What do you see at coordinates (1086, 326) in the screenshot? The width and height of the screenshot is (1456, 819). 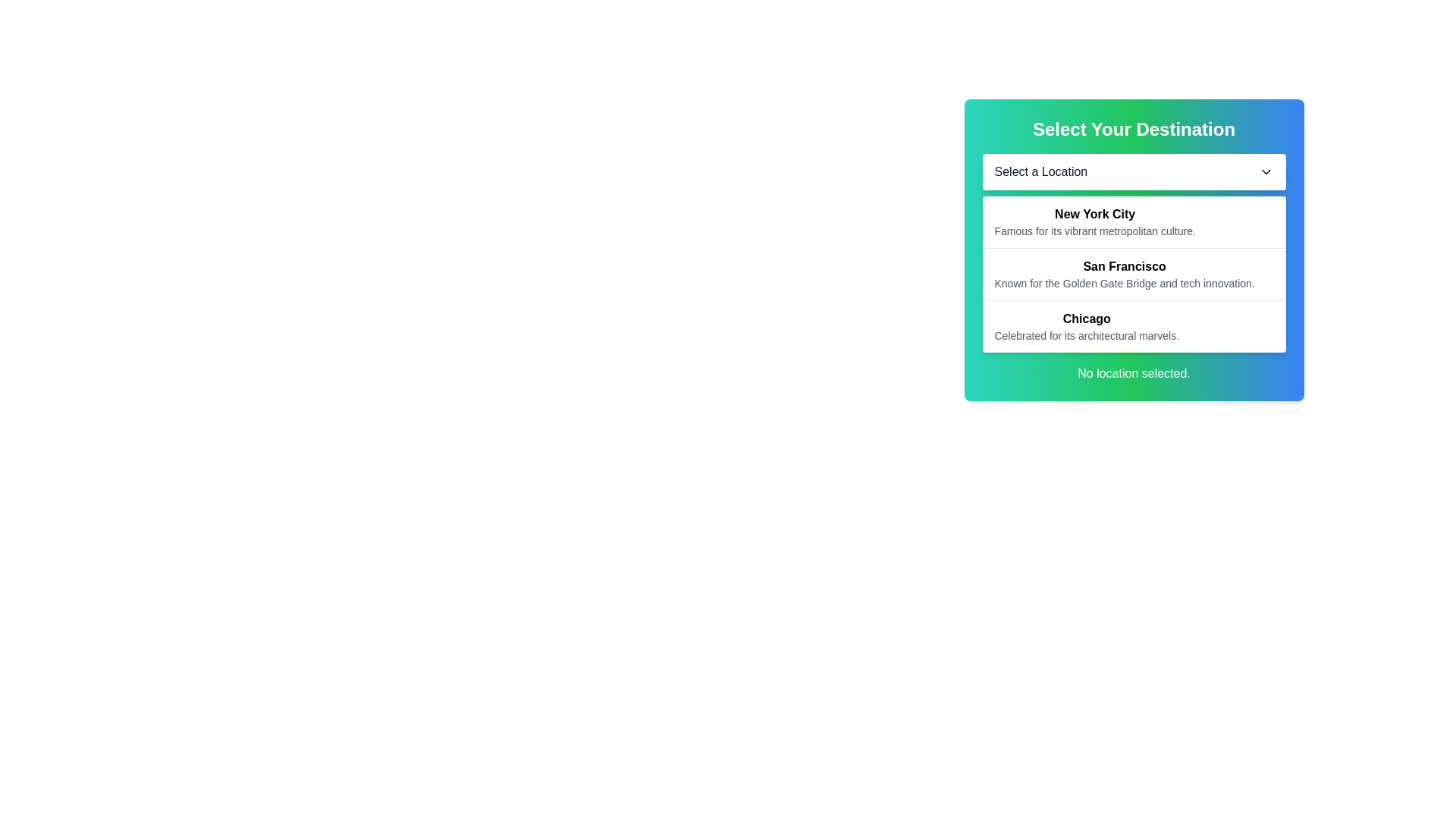 I see `the third list item labeled 'Chicago'` at bounding box center [1086, 326].